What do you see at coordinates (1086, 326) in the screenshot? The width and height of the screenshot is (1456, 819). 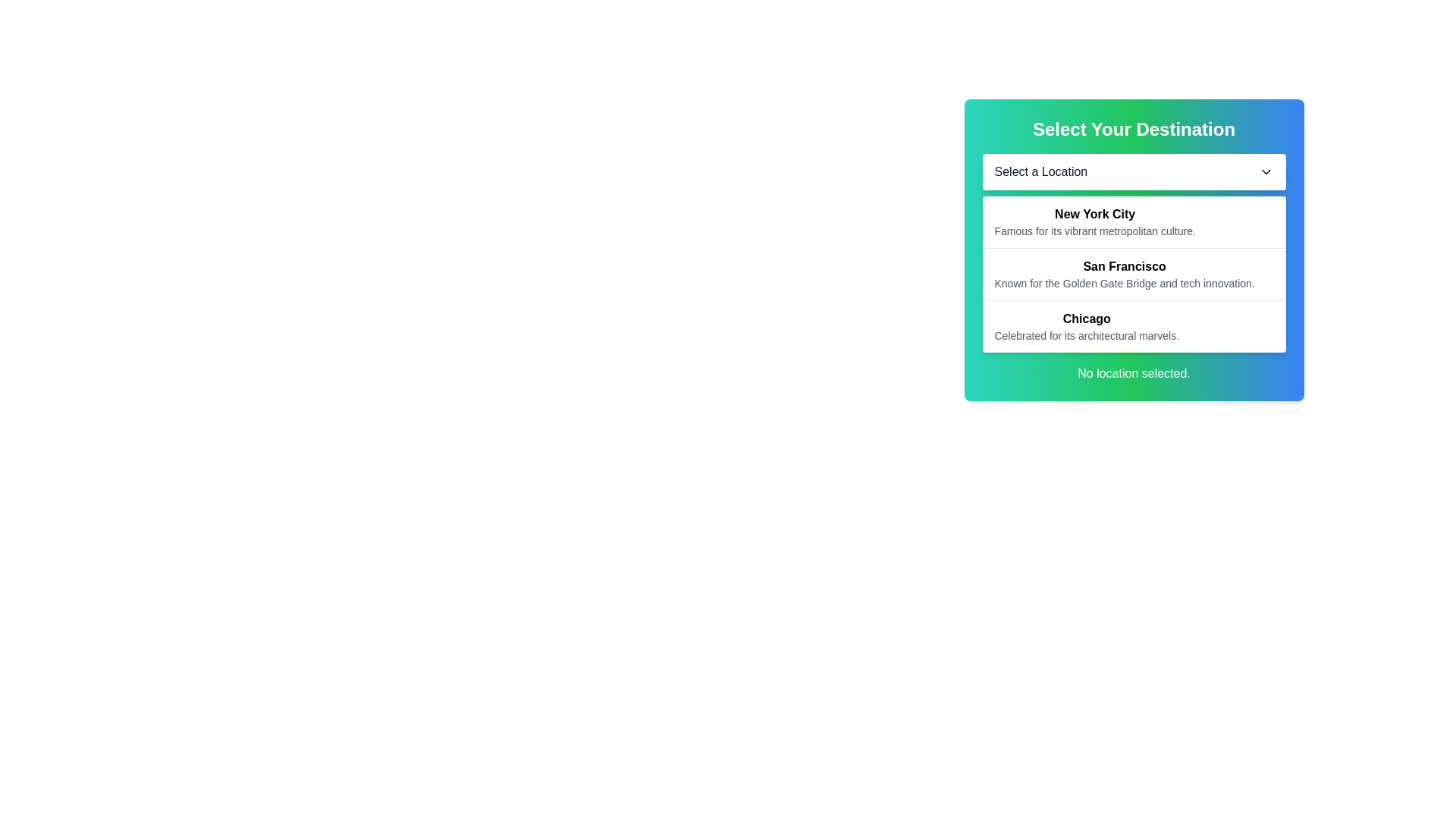 I see `the third list item labeled 'Chicago'` at bounding box center [1086, 326].